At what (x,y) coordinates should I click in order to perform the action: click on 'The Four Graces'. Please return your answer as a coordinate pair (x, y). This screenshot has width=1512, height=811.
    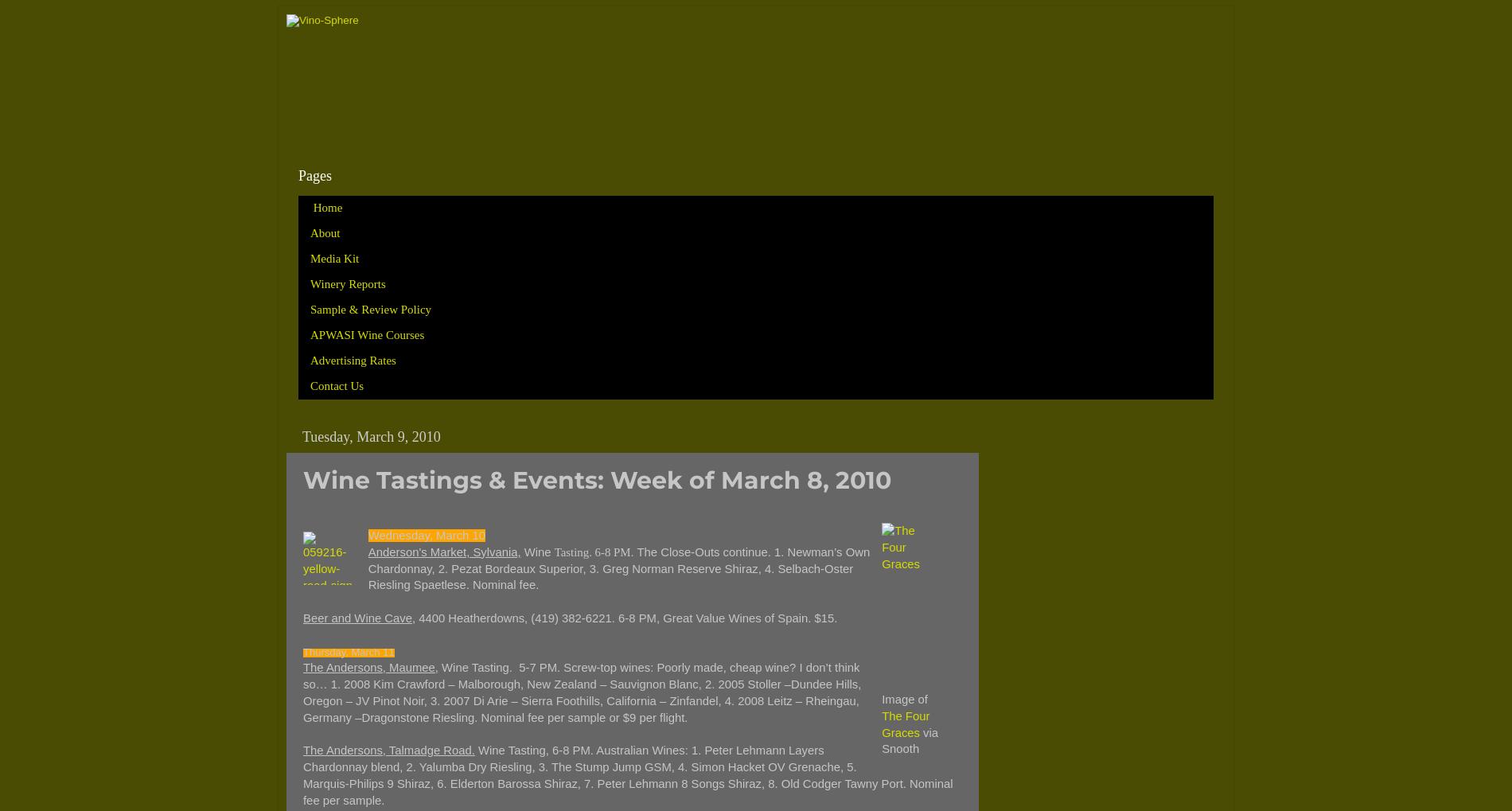
    Looking at the image, I should click on (905, 723).